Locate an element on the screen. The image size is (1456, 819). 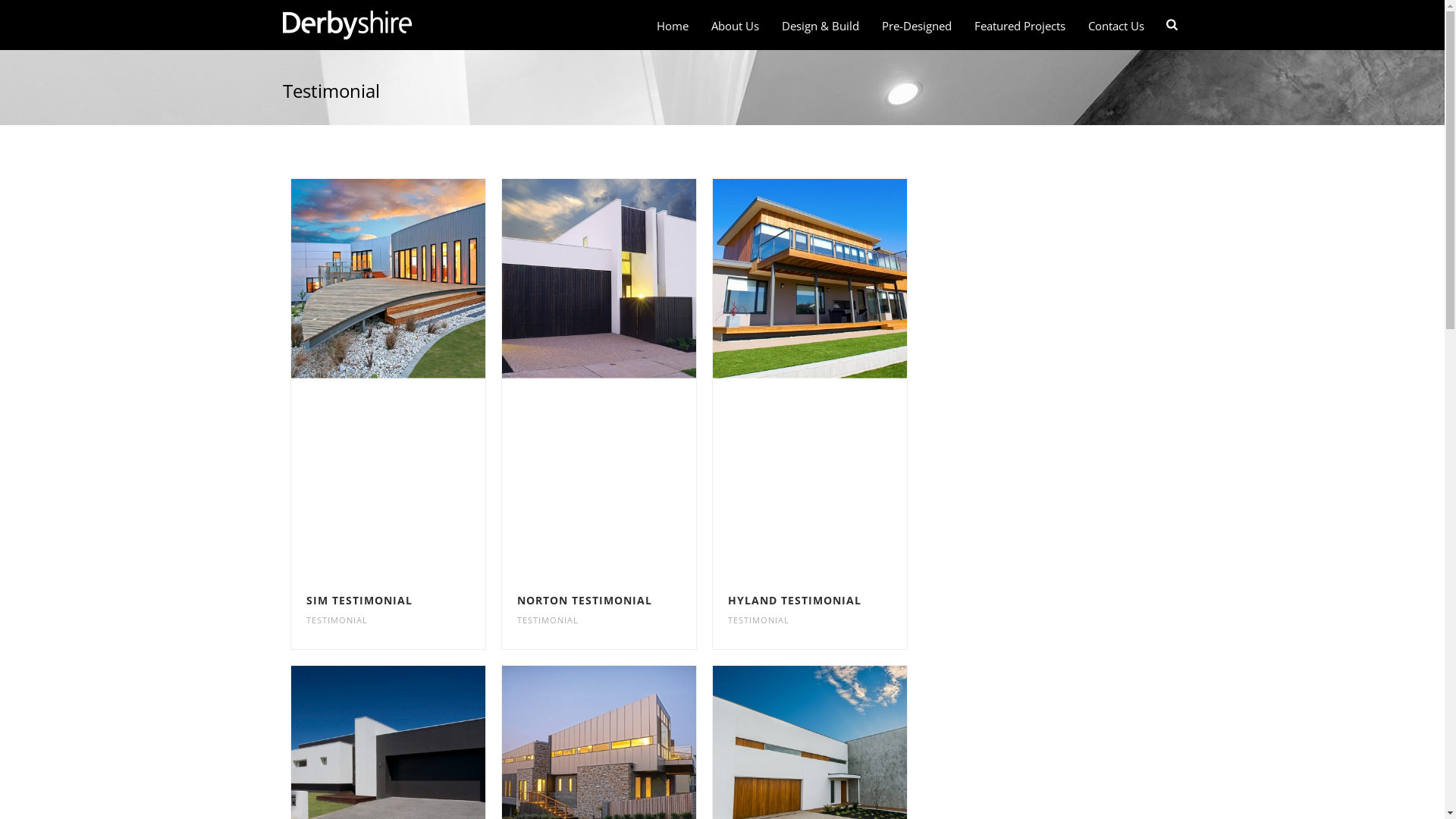
'Featured Projects' is located at coordinates (1019, 26).